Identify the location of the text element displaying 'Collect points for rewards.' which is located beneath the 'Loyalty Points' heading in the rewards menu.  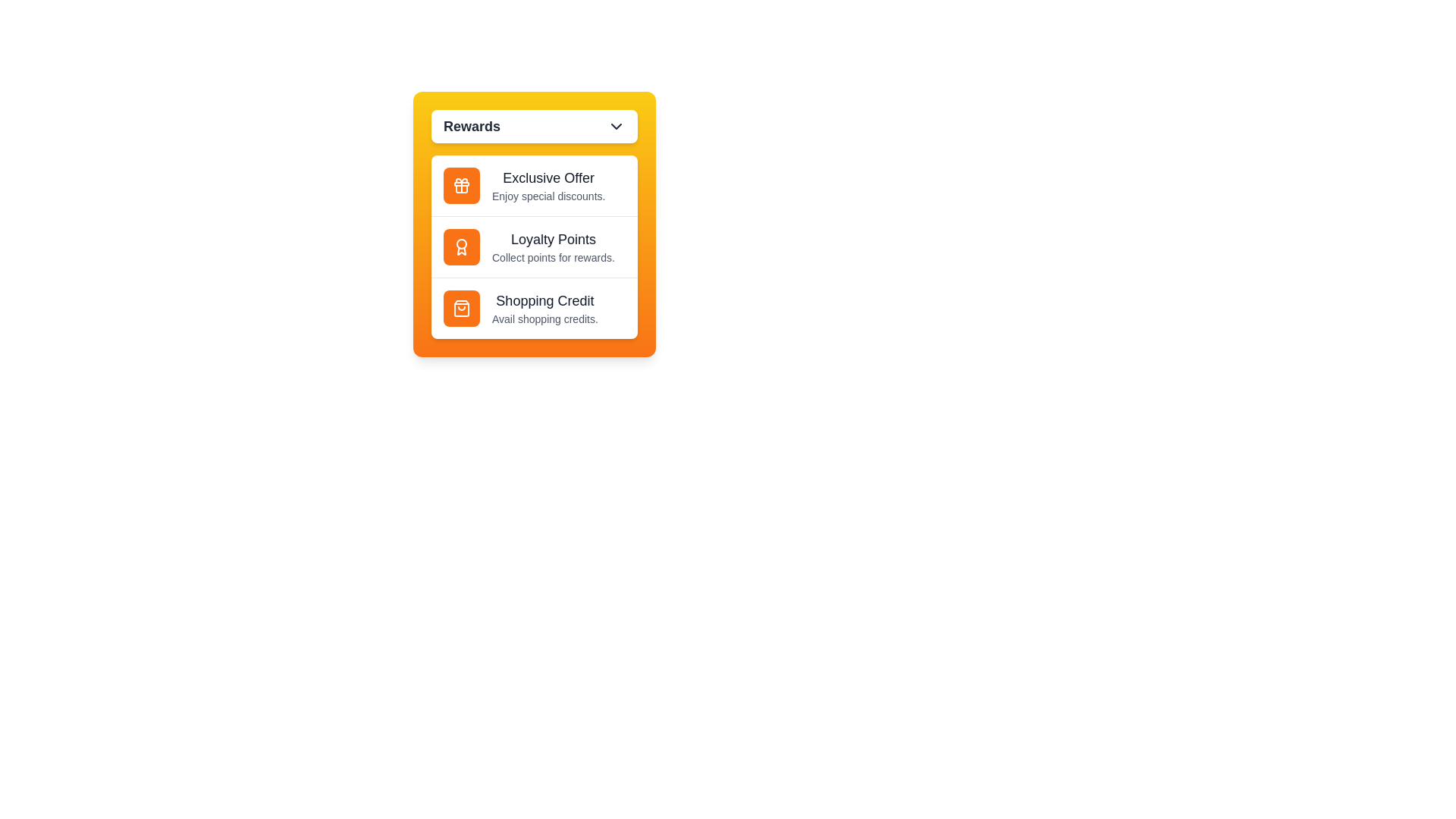
(552, 256).